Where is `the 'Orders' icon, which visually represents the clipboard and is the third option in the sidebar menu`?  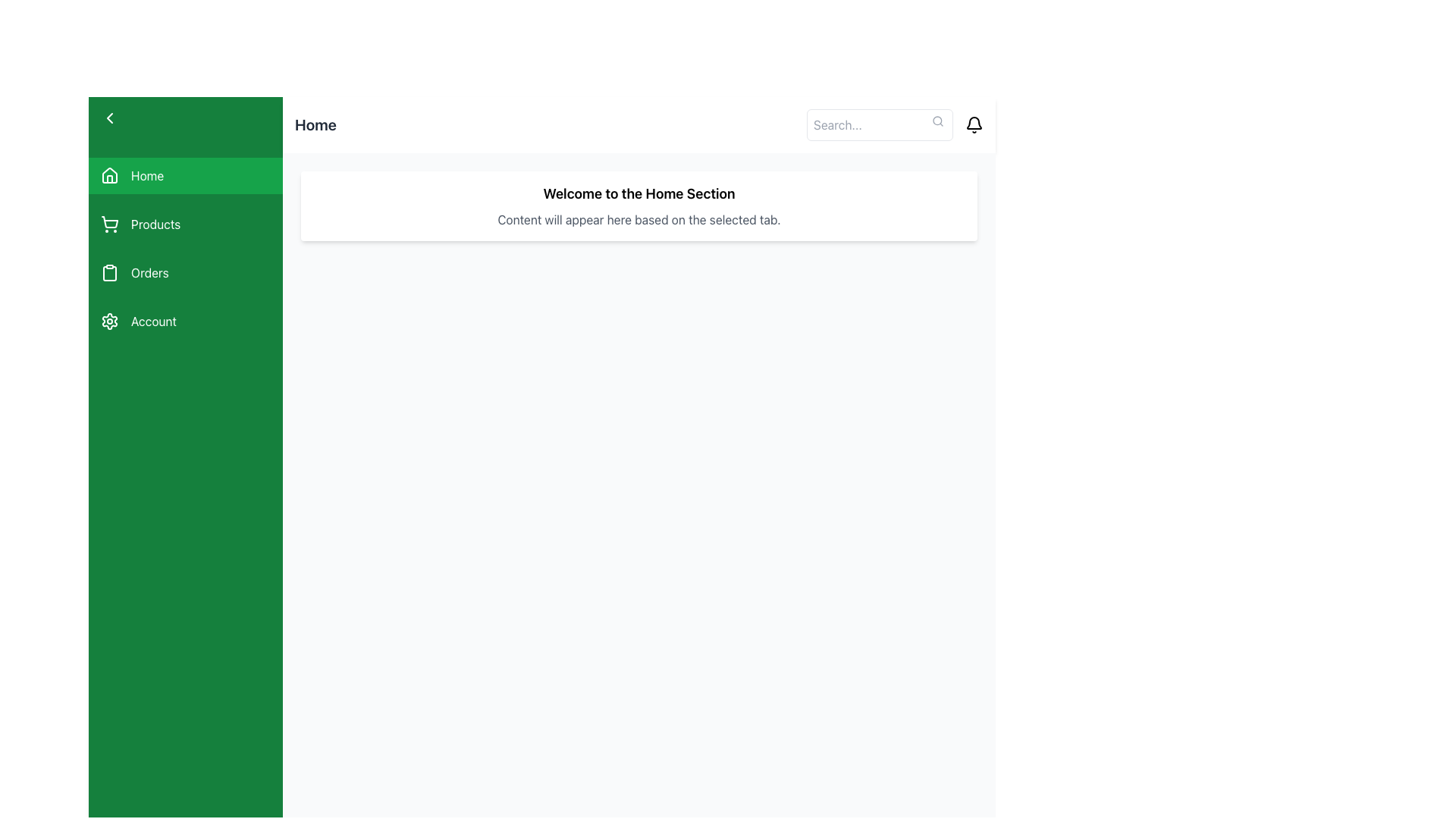
the 'Orders' icon, which visually represents the clipboard and is the third option in the sidebar menu is located at coordinates (108, 274).